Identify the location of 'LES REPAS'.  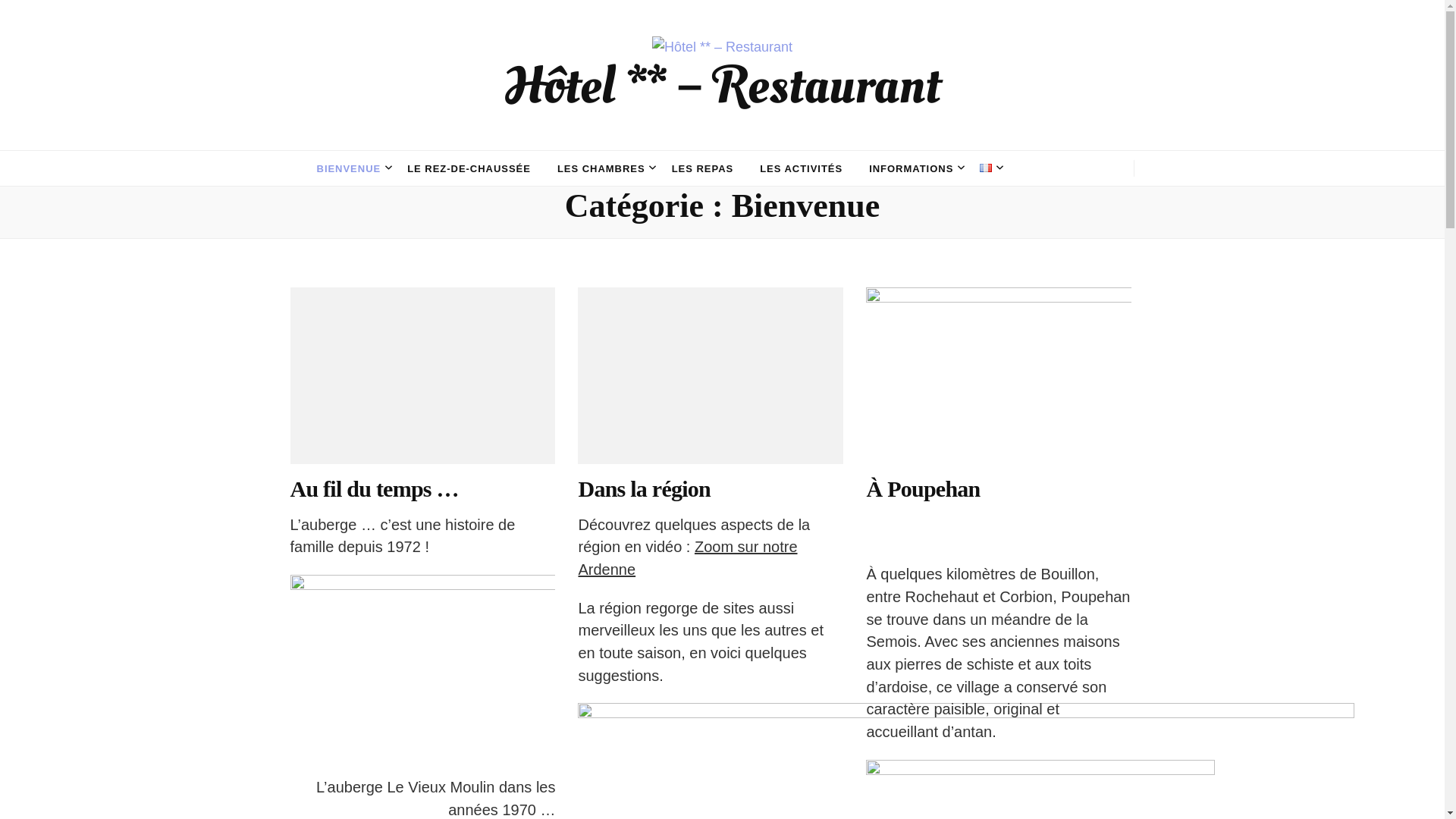
(671, 169).